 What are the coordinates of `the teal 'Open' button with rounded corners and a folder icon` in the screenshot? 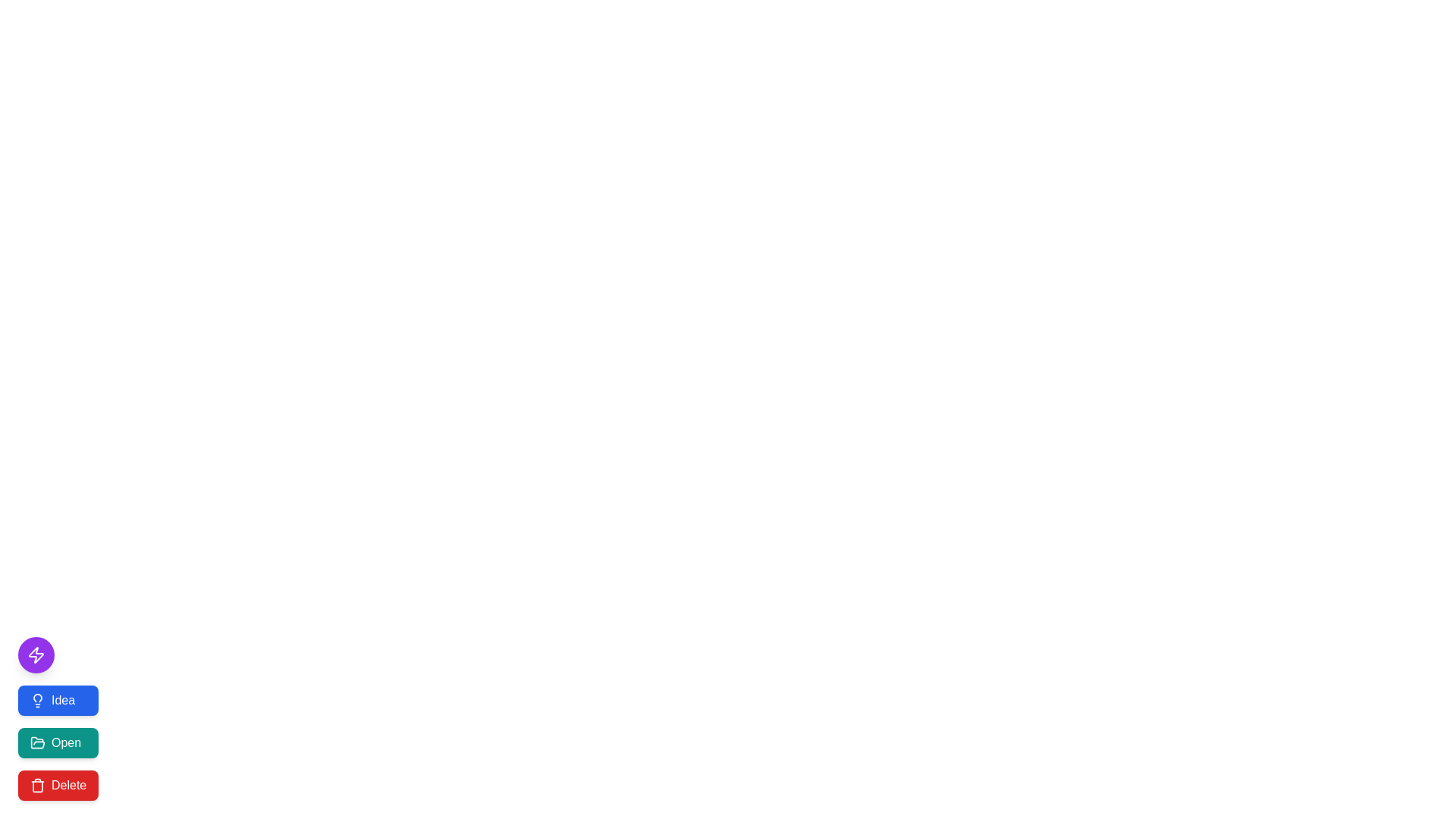 It's located at (58, 742).